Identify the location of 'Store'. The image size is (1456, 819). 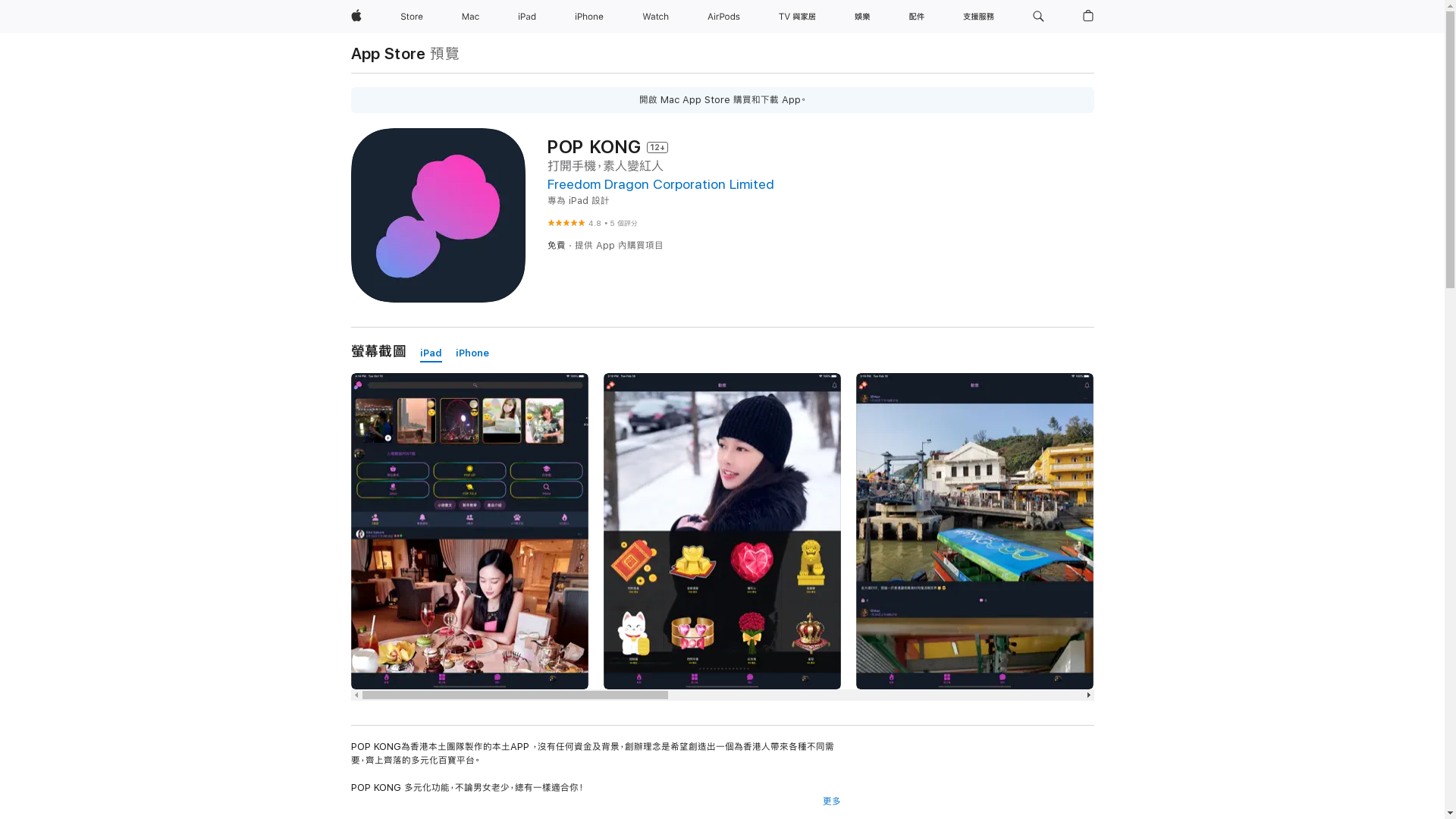
(394, 17).